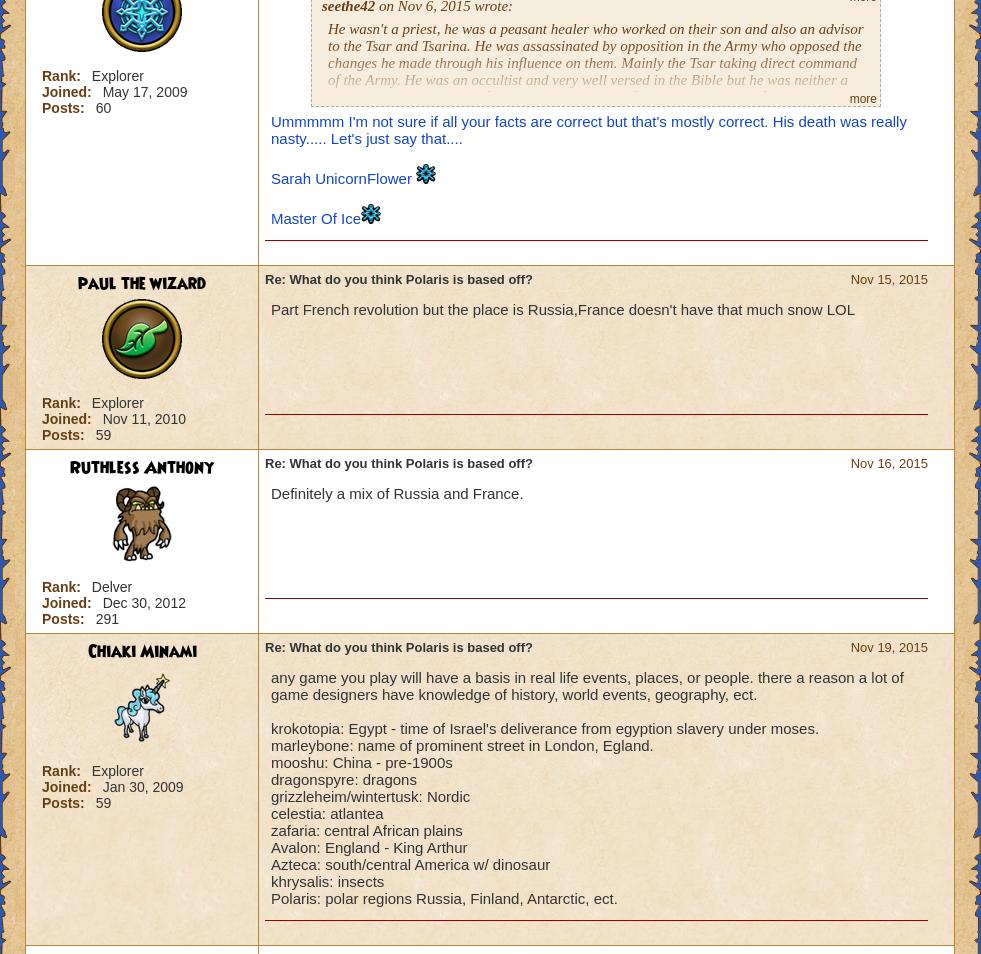  What do you see at coordinates (269, 217) in the screenshot?
I see `'Master Of Ice'` at bounding box center [269, 217].